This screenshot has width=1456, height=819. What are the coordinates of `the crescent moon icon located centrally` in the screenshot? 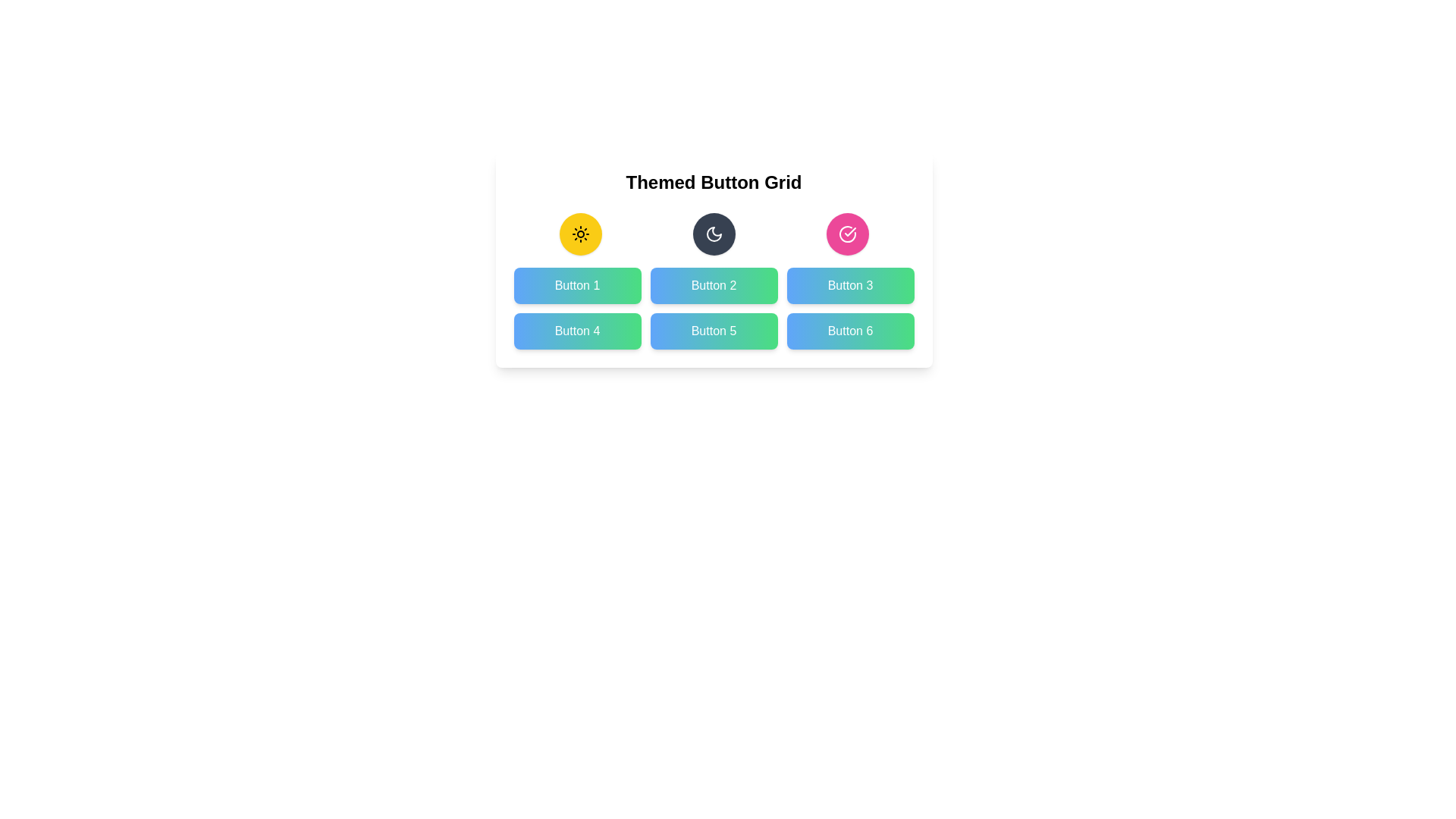 It's located at (713, 234).